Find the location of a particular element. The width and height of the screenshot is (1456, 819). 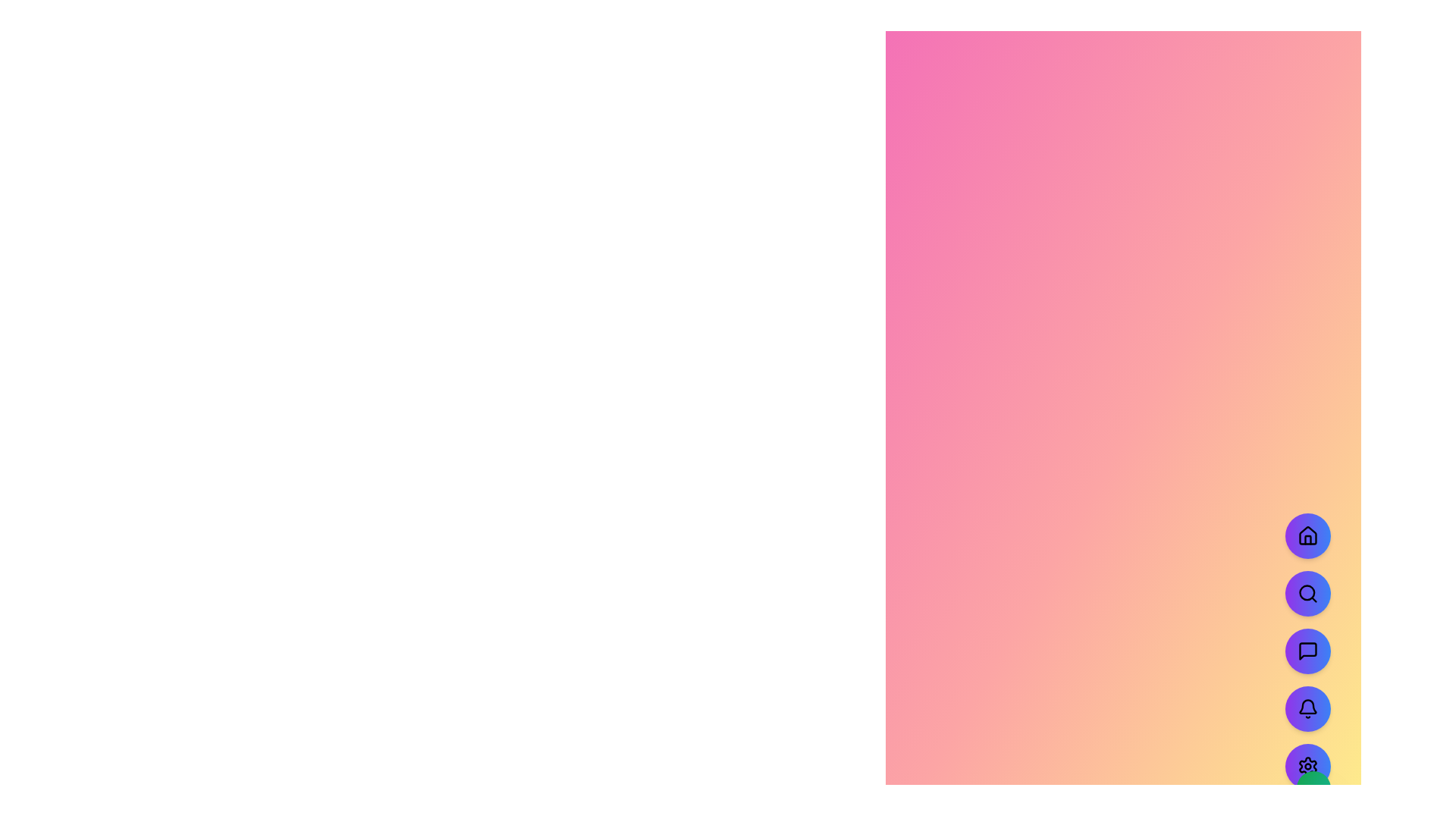

the Home icon button located at the topmost position in the vertical menu of circular buttons is located at coordinates (1307, 535).